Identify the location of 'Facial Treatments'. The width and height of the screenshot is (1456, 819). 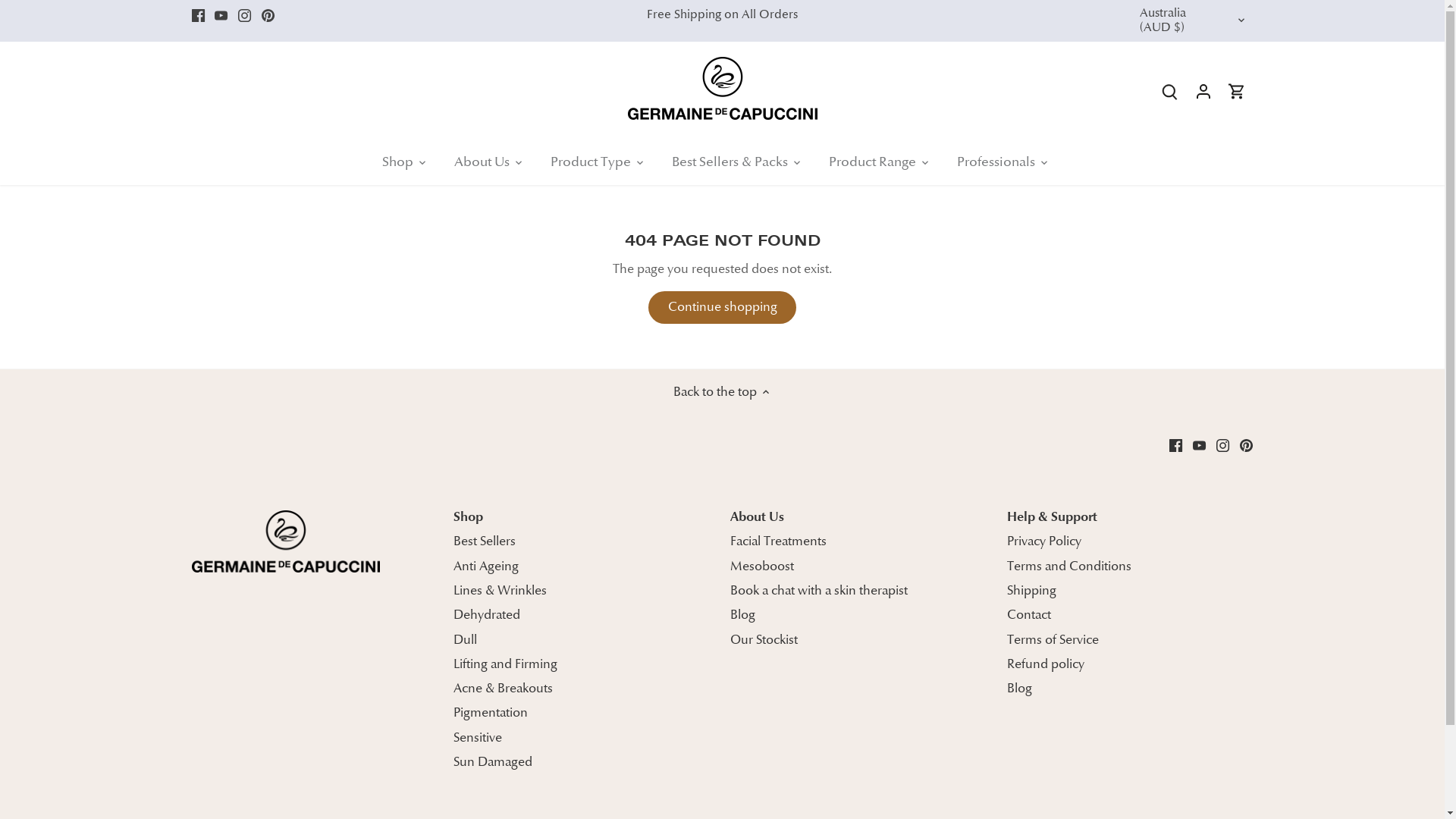
(778, 540).